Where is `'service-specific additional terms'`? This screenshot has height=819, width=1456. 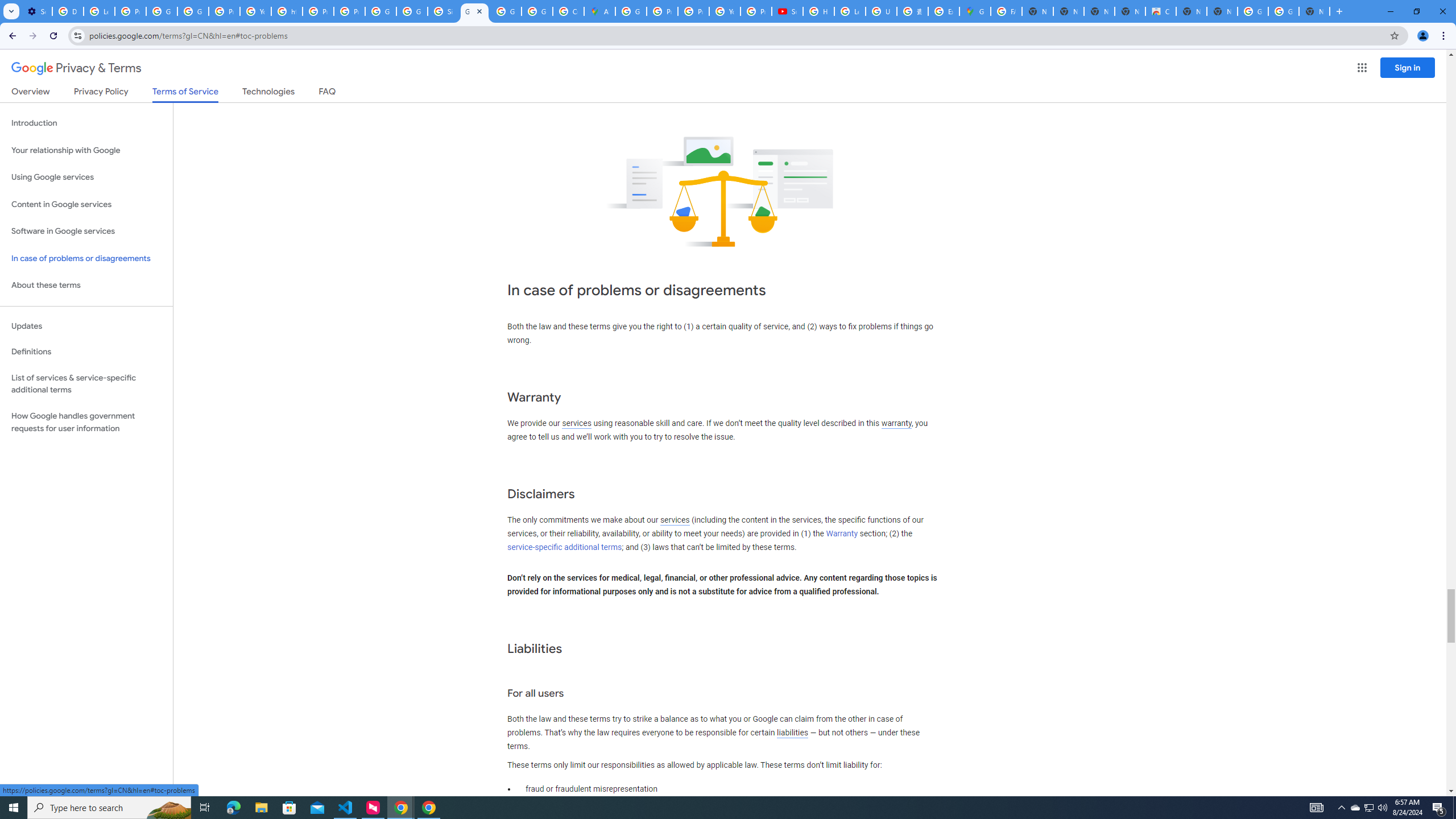 'service-specific additional terms' is located at coordinates (564, 547).